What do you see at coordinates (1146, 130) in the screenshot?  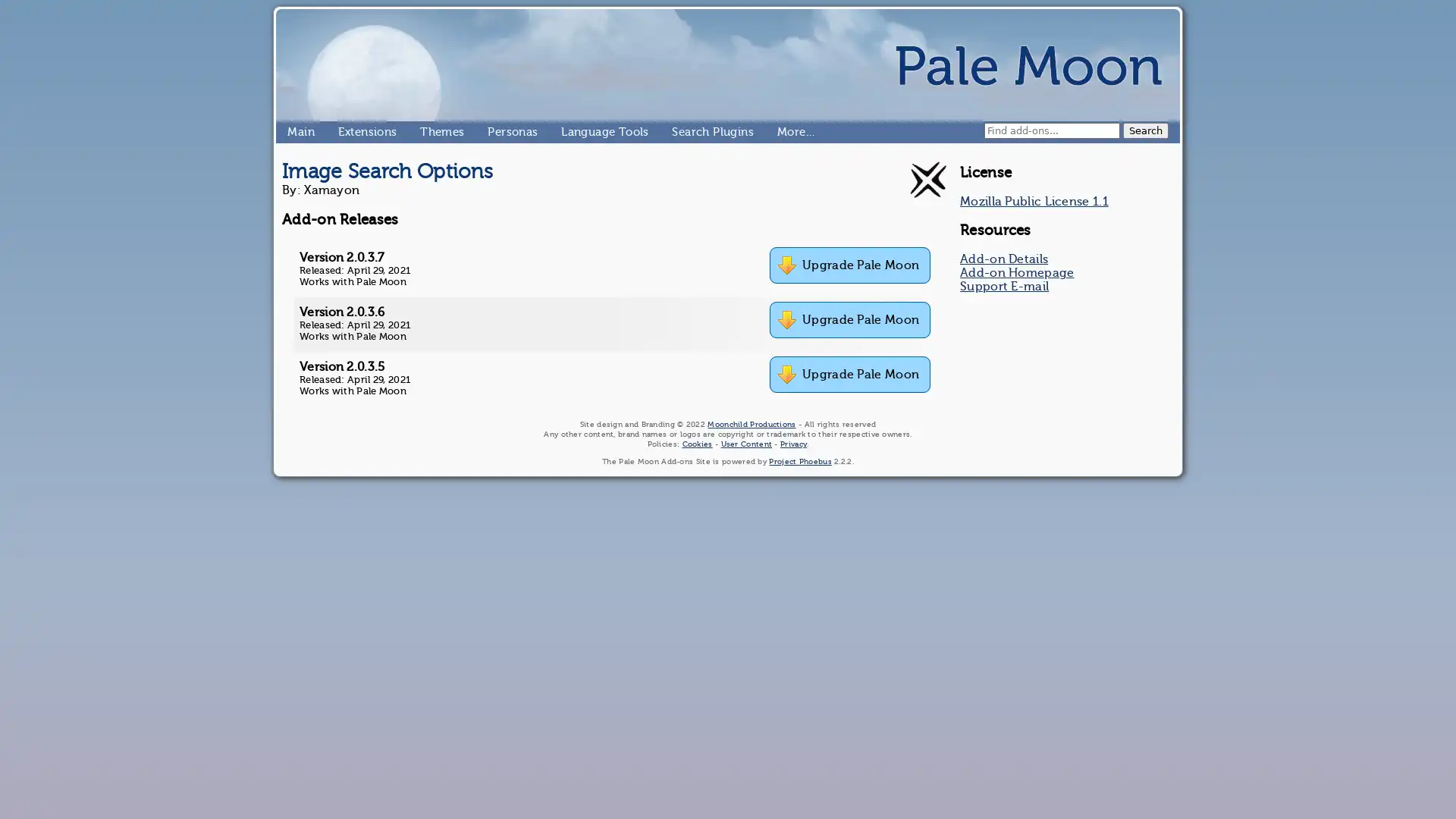 I see `Search` at bounding box center [1146, 130].